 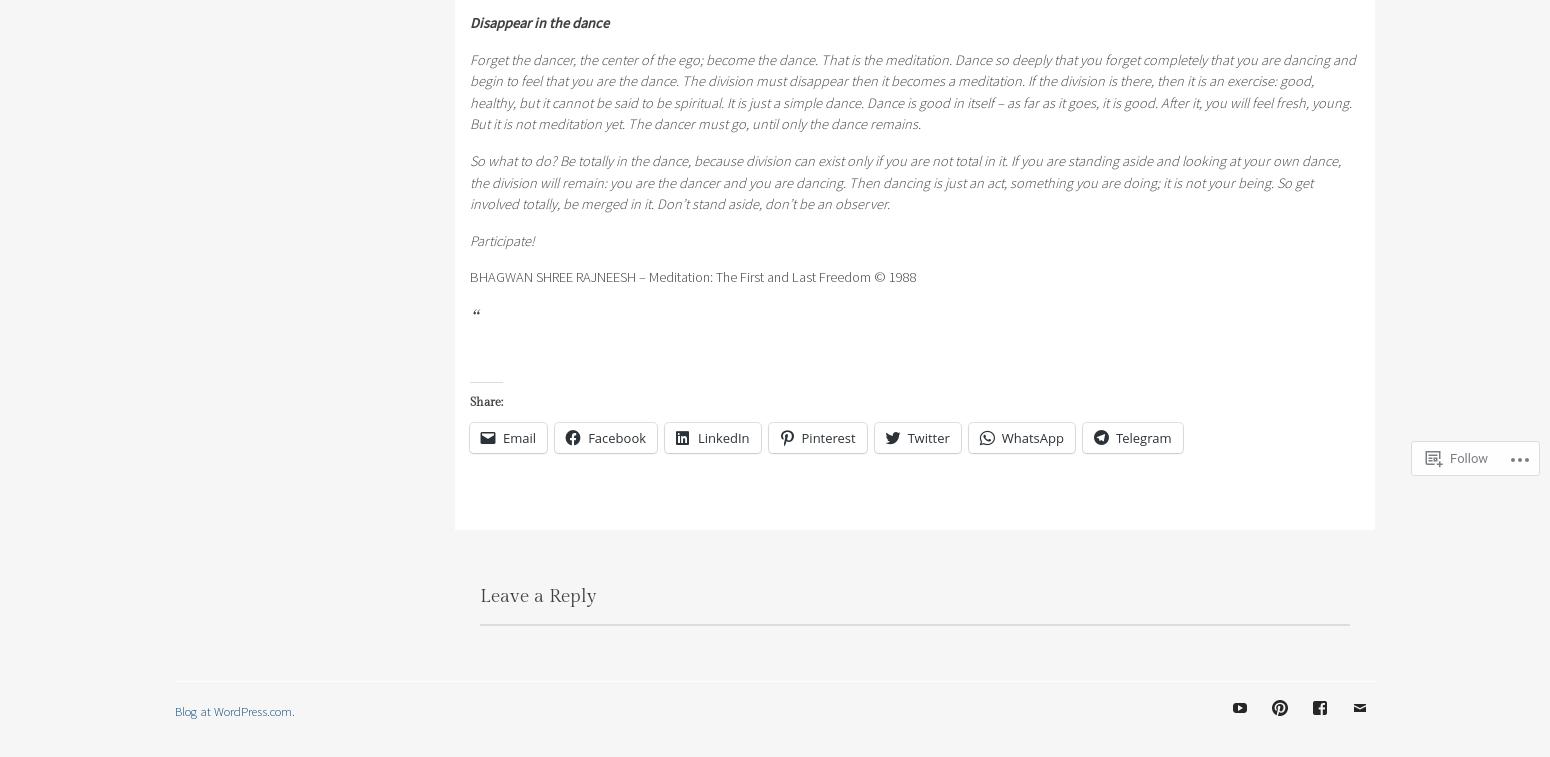 What do you see at coordinates (468, 159) in the screenshot?
I see `'So what to do? Be totally in the dance, because division can exist only if you are not total in it. If you are standing'` at bounding box center [468, 159].